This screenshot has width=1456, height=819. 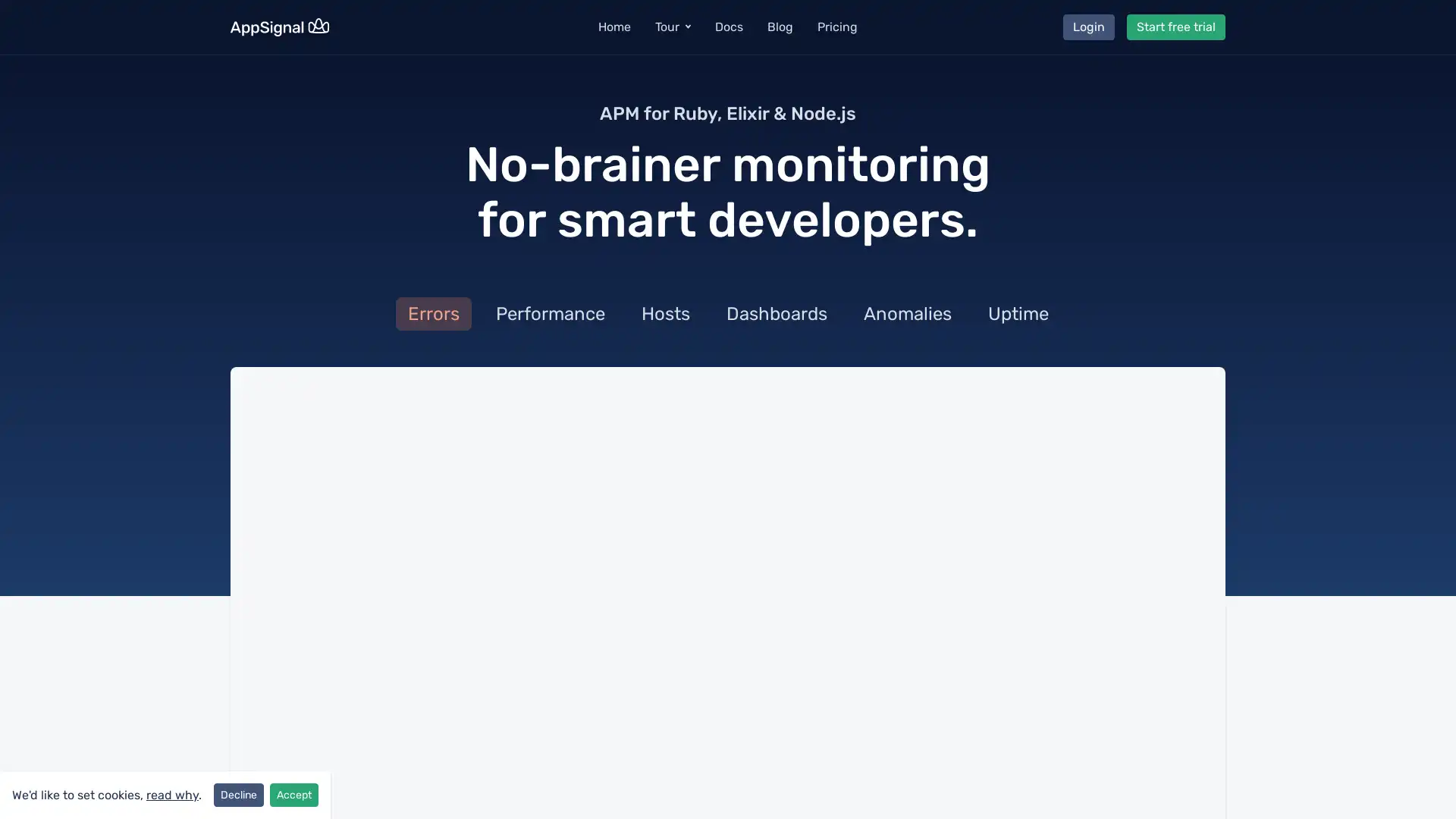 What do you see at coordinates (238, 794) in the screenshot?
I see `Decline` at bounding box center [238, 794].